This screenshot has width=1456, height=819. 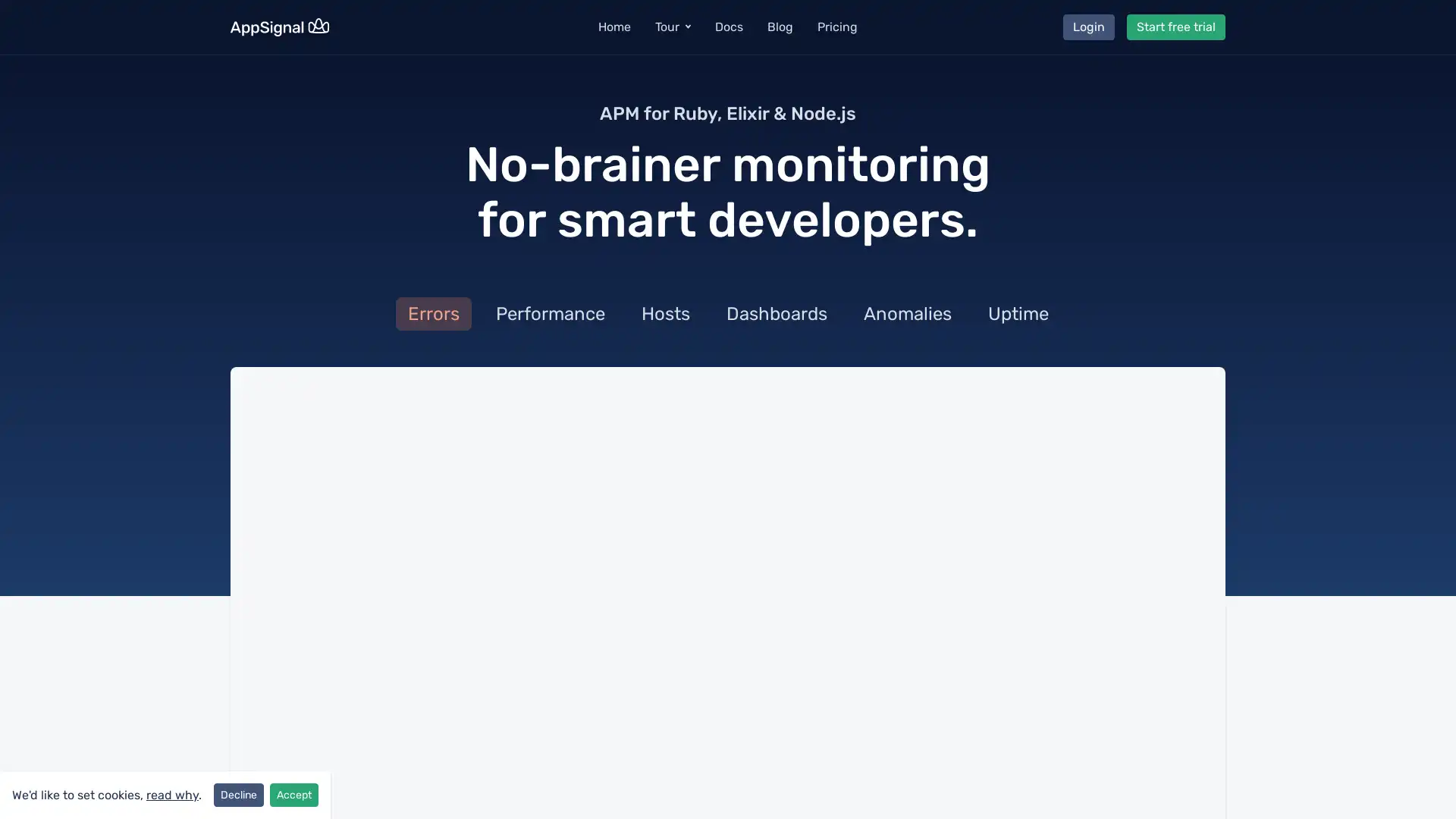 What do you see at coordinates (238, 794) in the screenshot?
I see `Decline` at bounding box center [238, 794].